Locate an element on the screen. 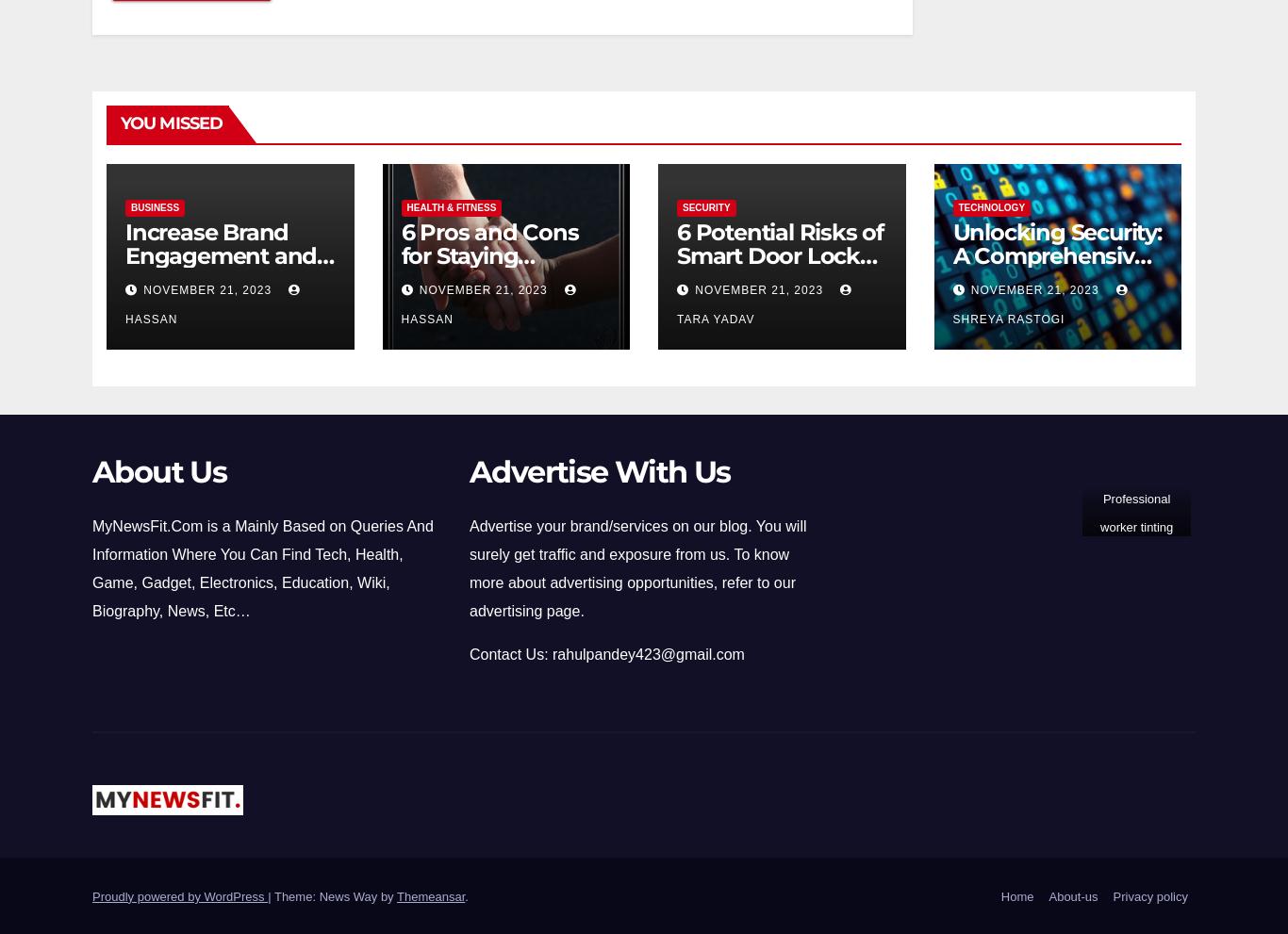 The image size is (1288, 934). 'You missed' is located at coordinates (170, 122).